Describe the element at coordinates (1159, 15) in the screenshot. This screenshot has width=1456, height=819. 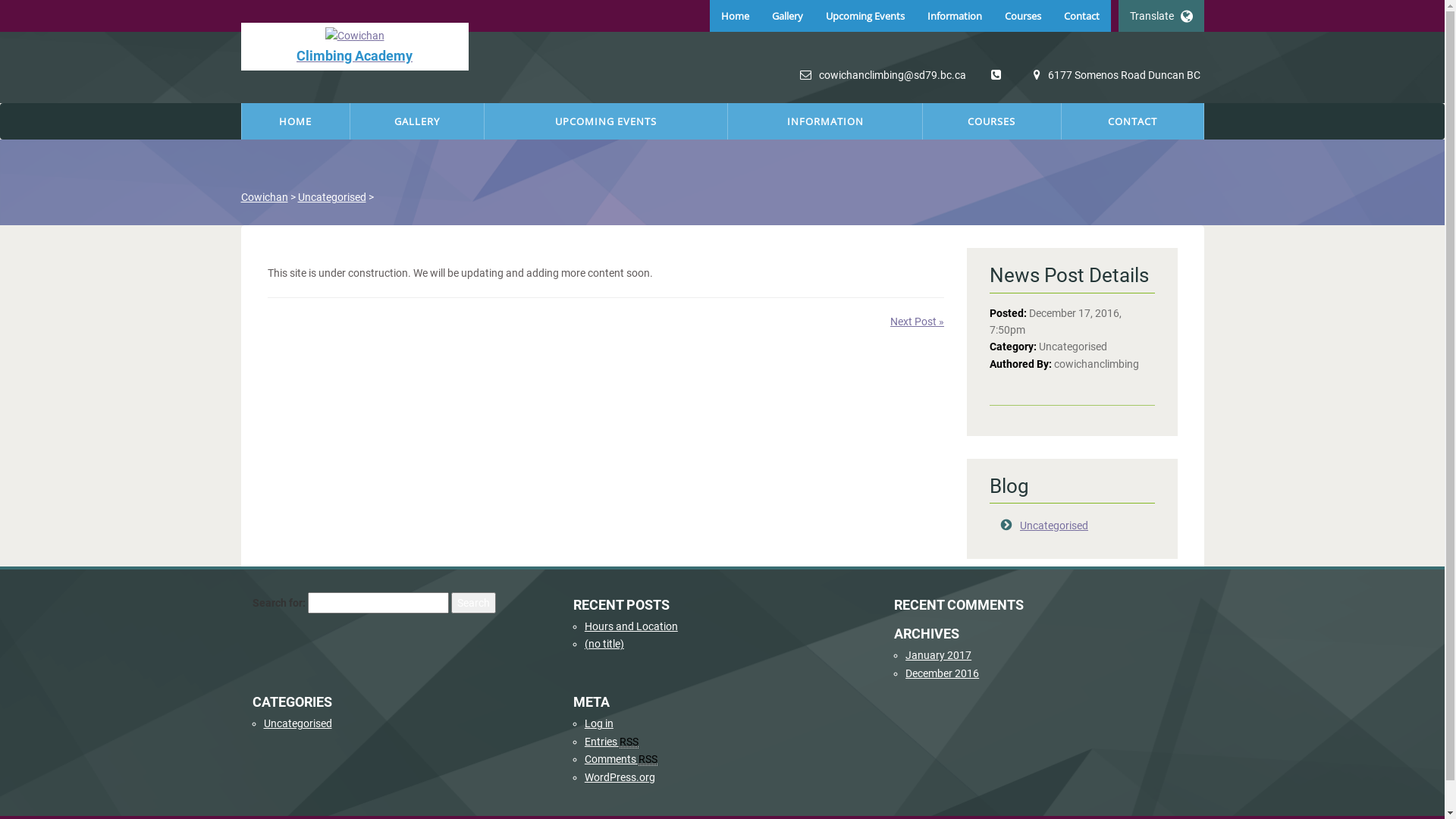
I see `'Translate  '` at that location.